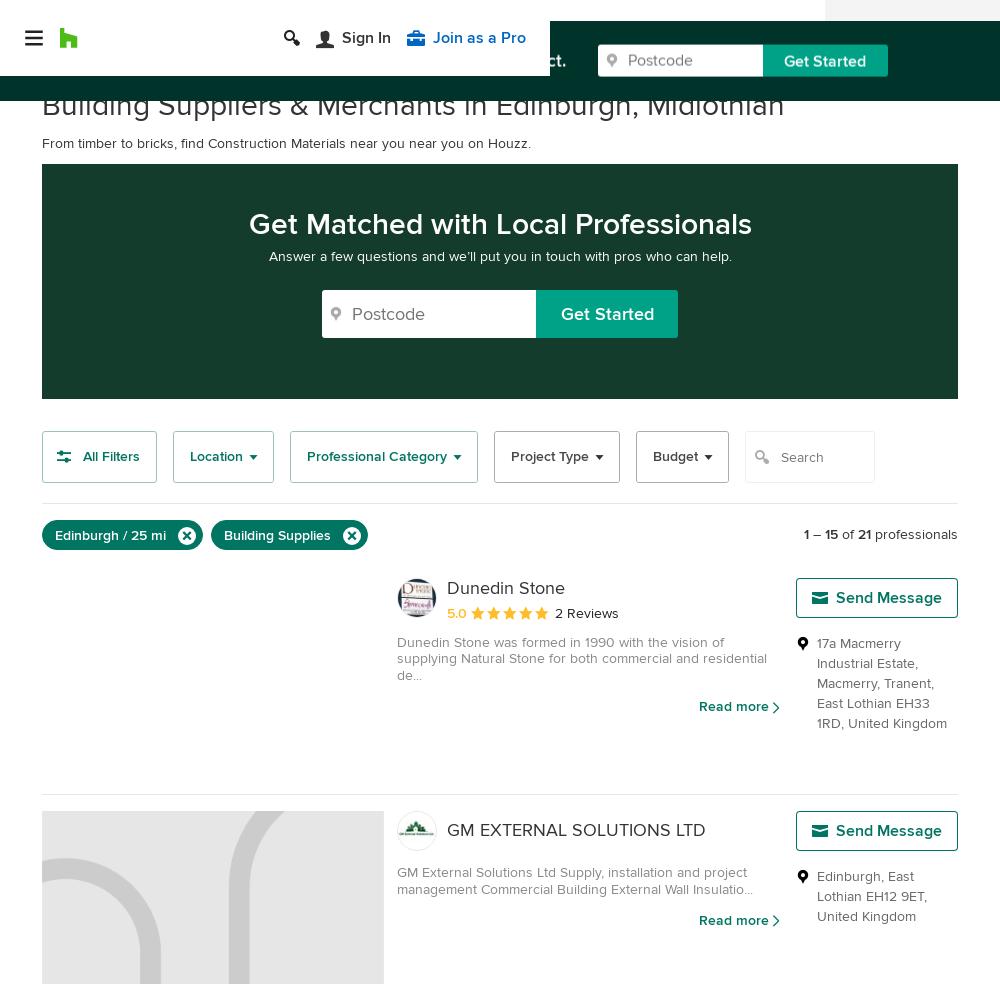 The image size is (1000, 984). Describe the element at coordinates (110, 456) in the screenshot. I see `'All Filters'` at that location.